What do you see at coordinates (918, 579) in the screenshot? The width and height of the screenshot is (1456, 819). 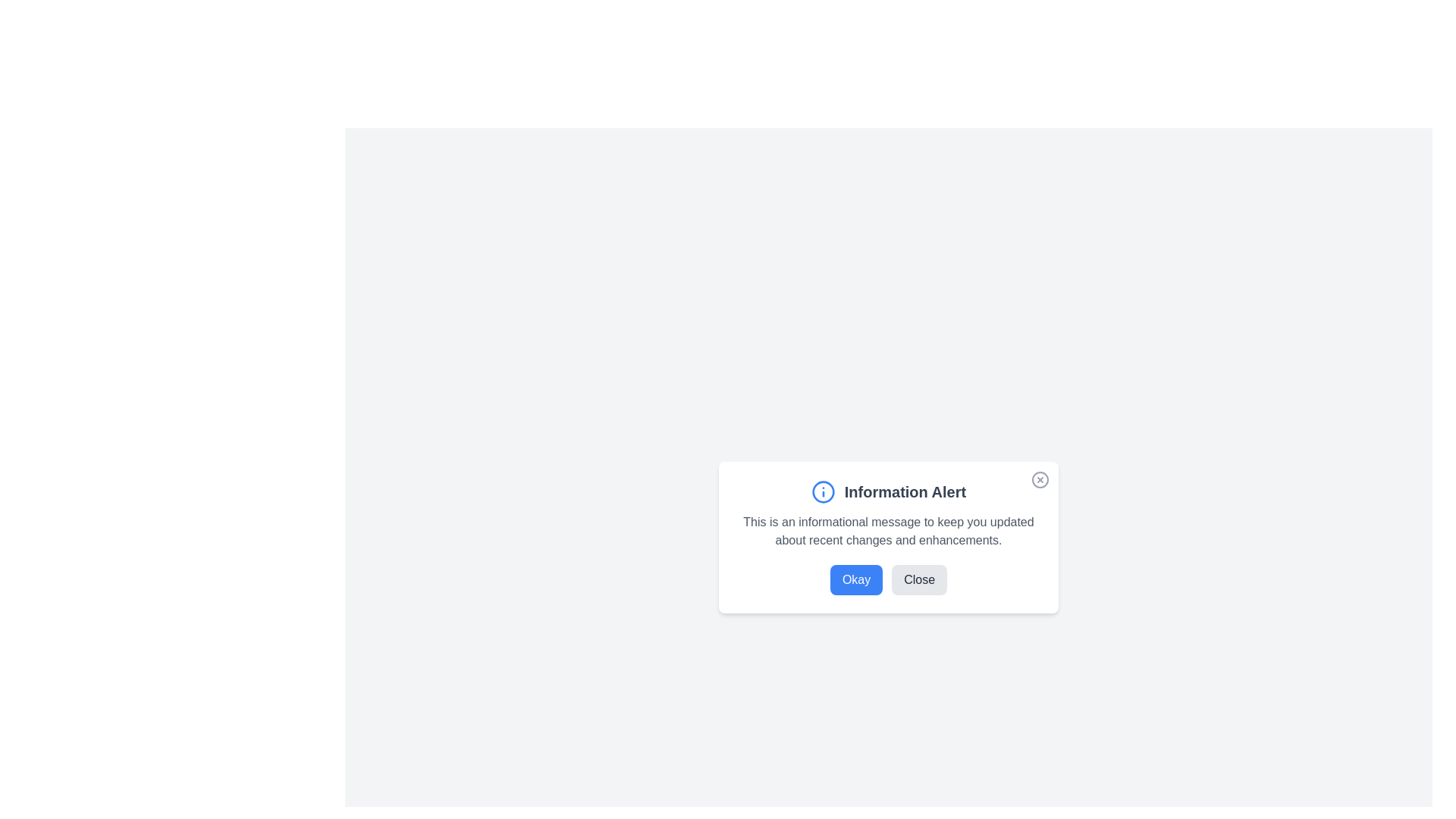 I see `the dismiss button located at the bottom-right corner of the modal dialog box, which is to the immediate right of the 'Okay' button` at bounding box center [918, 579].